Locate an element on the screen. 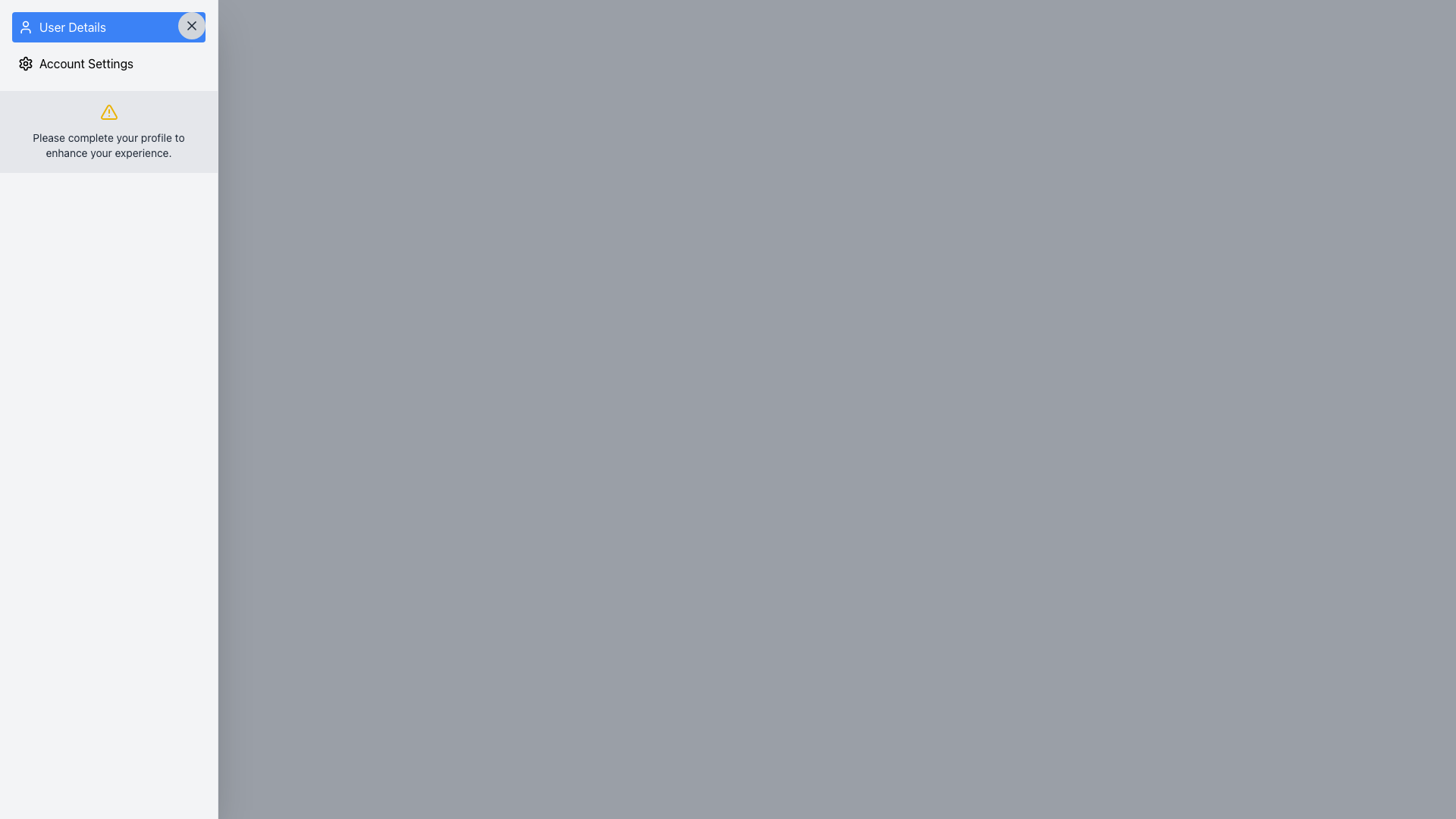 The image size is (1456, 819). the text element displaying the message 'Please complete your profile to enhance your experience.' located below a triangular alert icon in the bottom center of the sidebar is located at coordinates (108, 146).